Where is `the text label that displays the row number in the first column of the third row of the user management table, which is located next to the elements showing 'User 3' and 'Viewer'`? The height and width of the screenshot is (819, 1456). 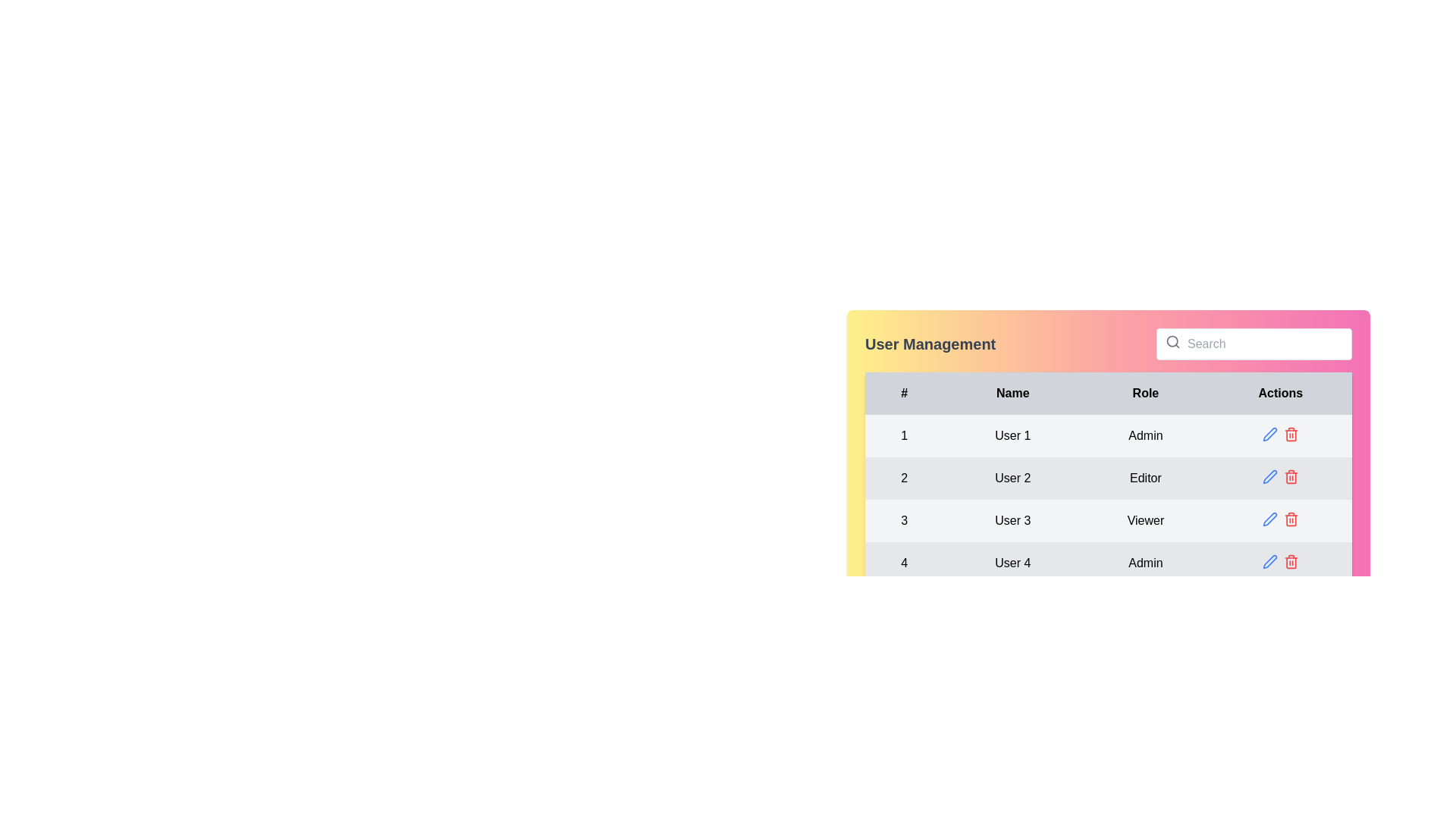 the text label that displays the row number in the first column of the third row of the user management table, which is located next to the elements showing 'User 3' and 'Viewer' is located at coordinates (904, 519).